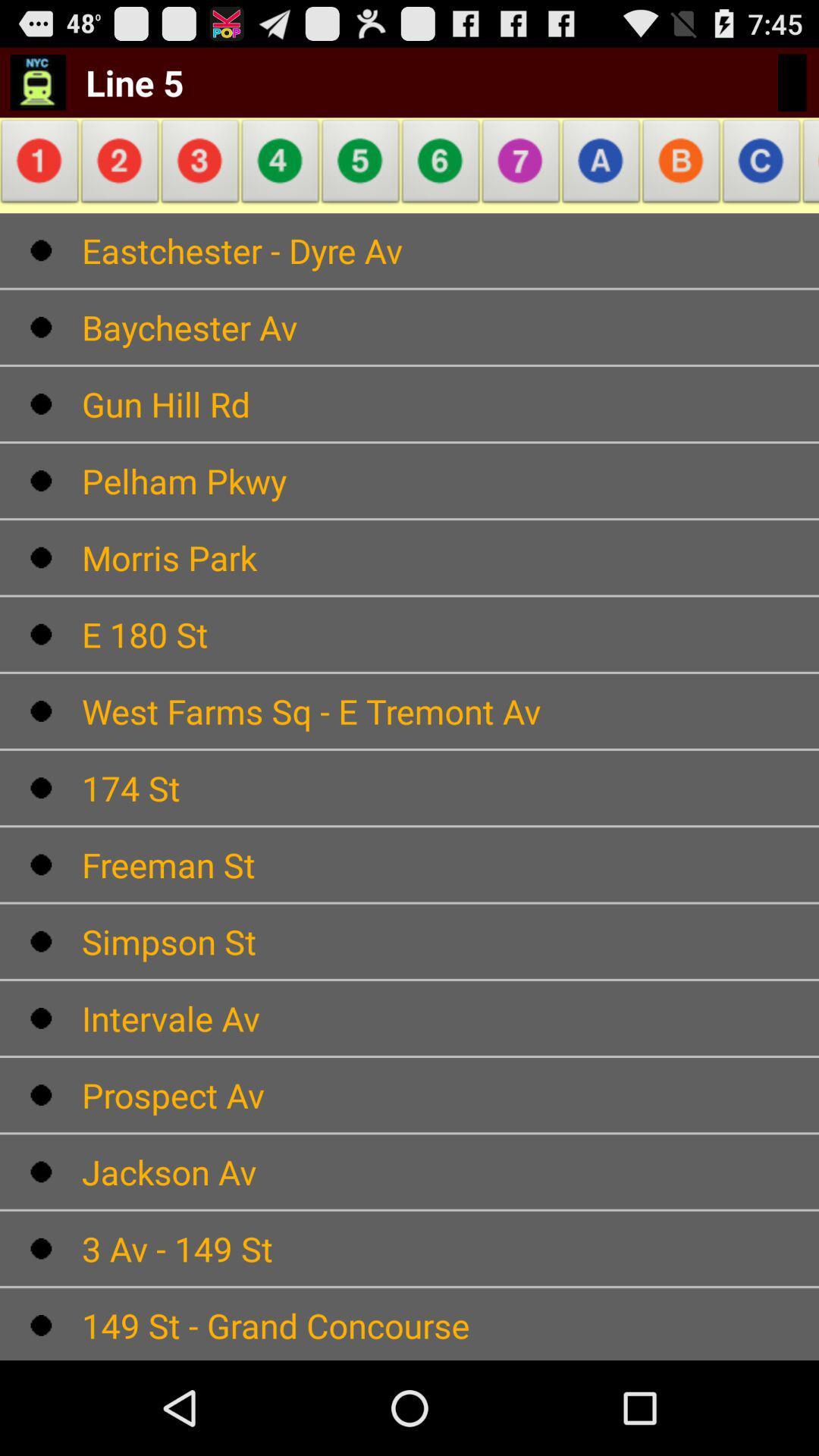  What do you see at coordinates (450, 479) in the screenshot?
I see `the text which is below gun hill rd` at bounding box center [450, 479].